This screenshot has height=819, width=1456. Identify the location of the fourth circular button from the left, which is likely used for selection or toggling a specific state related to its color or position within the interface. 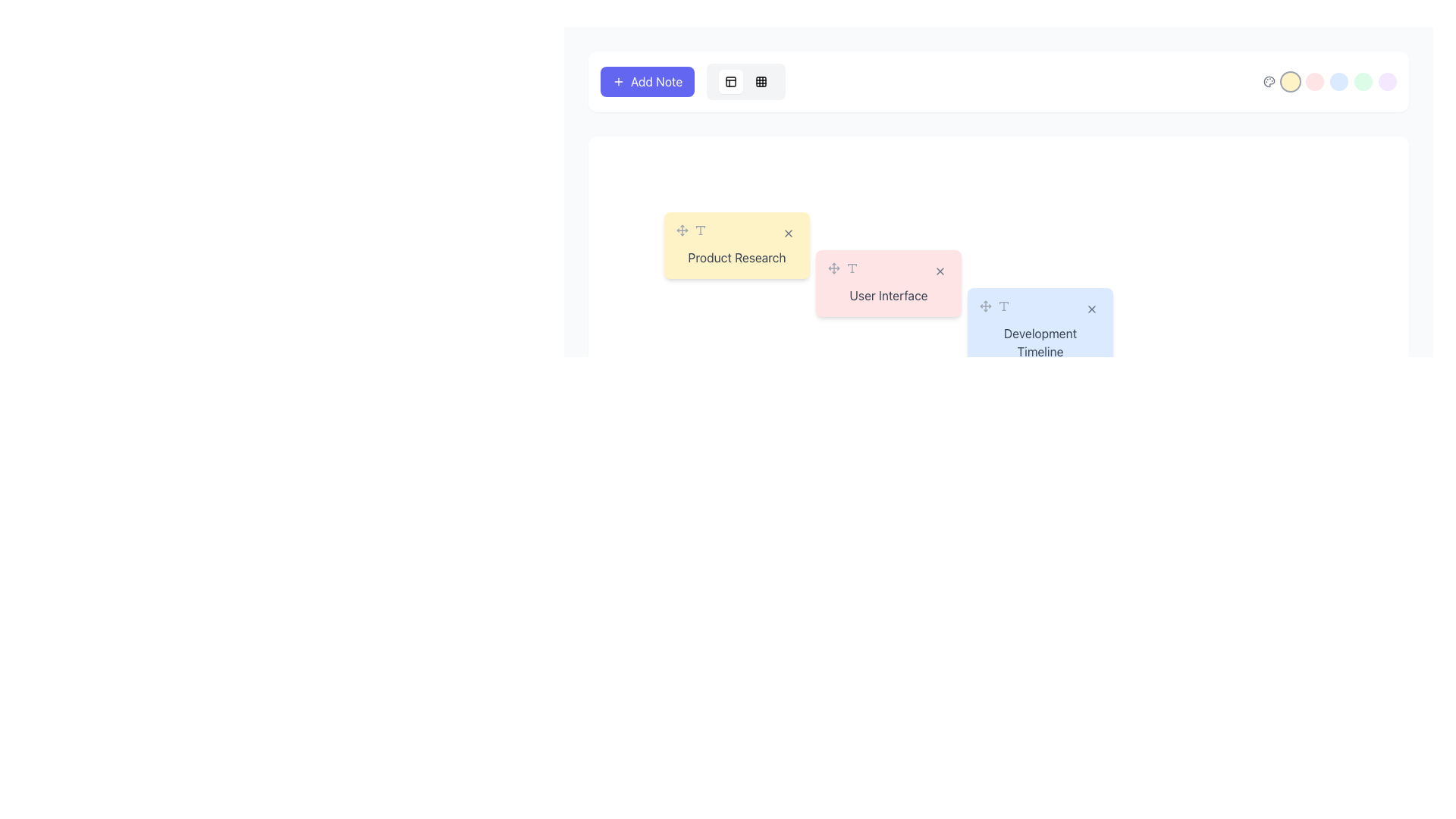
(1339, 82).